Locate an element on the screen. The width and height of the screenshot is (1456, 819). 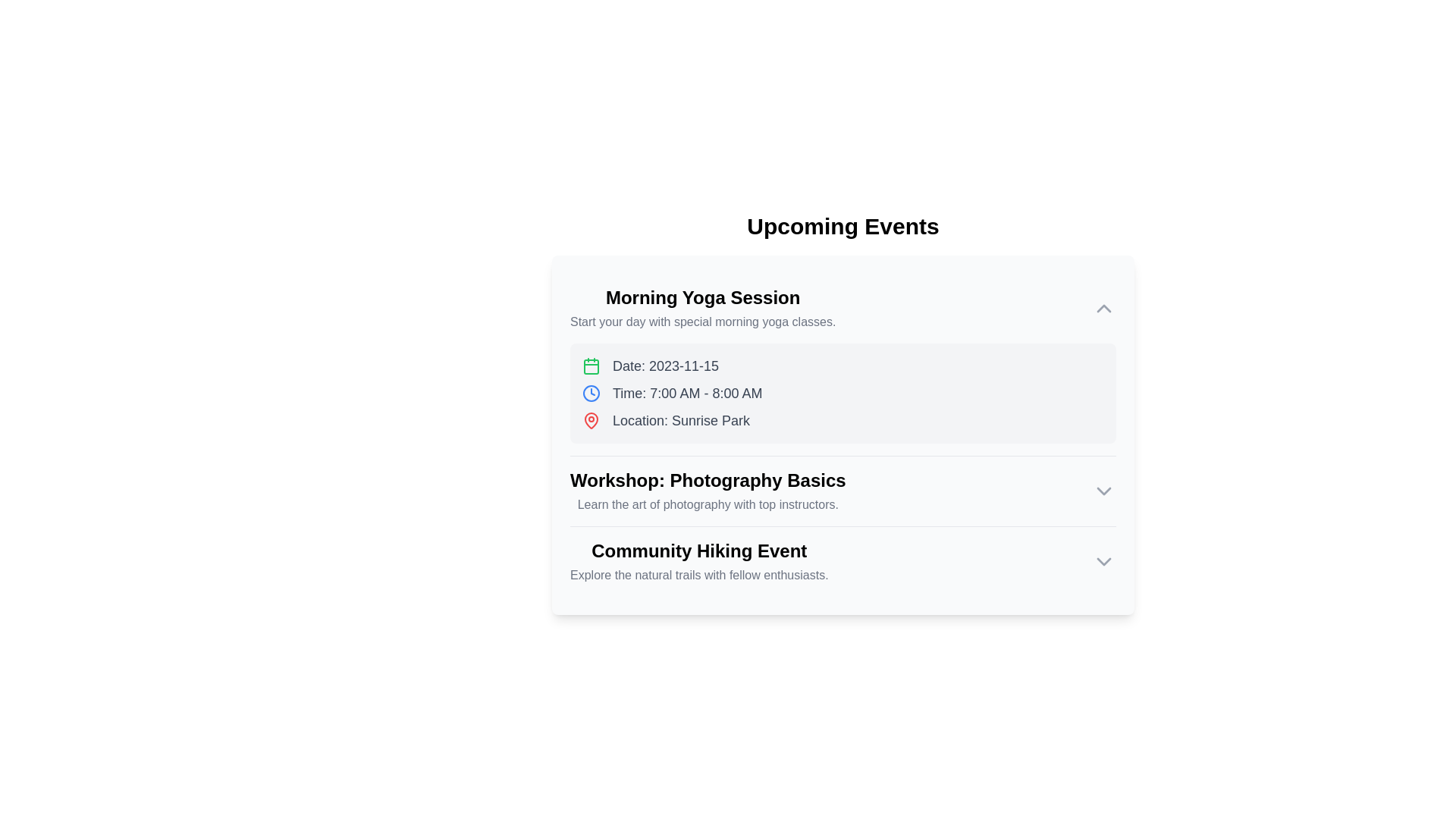
the static informational text located directly below the heading 'Workshop: Photography Basics', which provides a brief description of the photography basics workshop is located at coordinates (707, 505).